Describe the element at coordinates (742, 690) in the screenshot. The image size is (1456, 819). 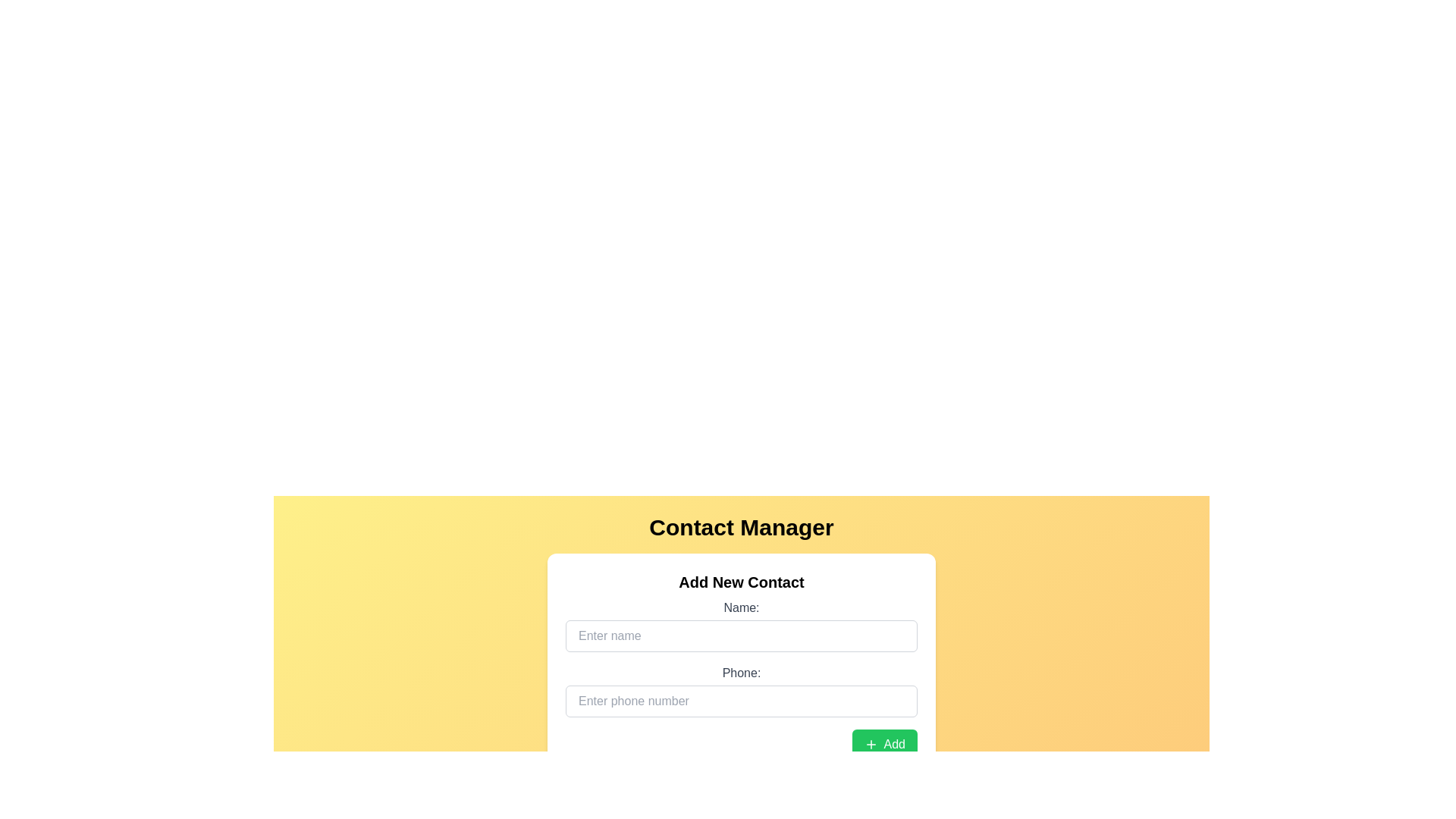
I see `the phone number input field in the 'Add New Contact' form` at that location.